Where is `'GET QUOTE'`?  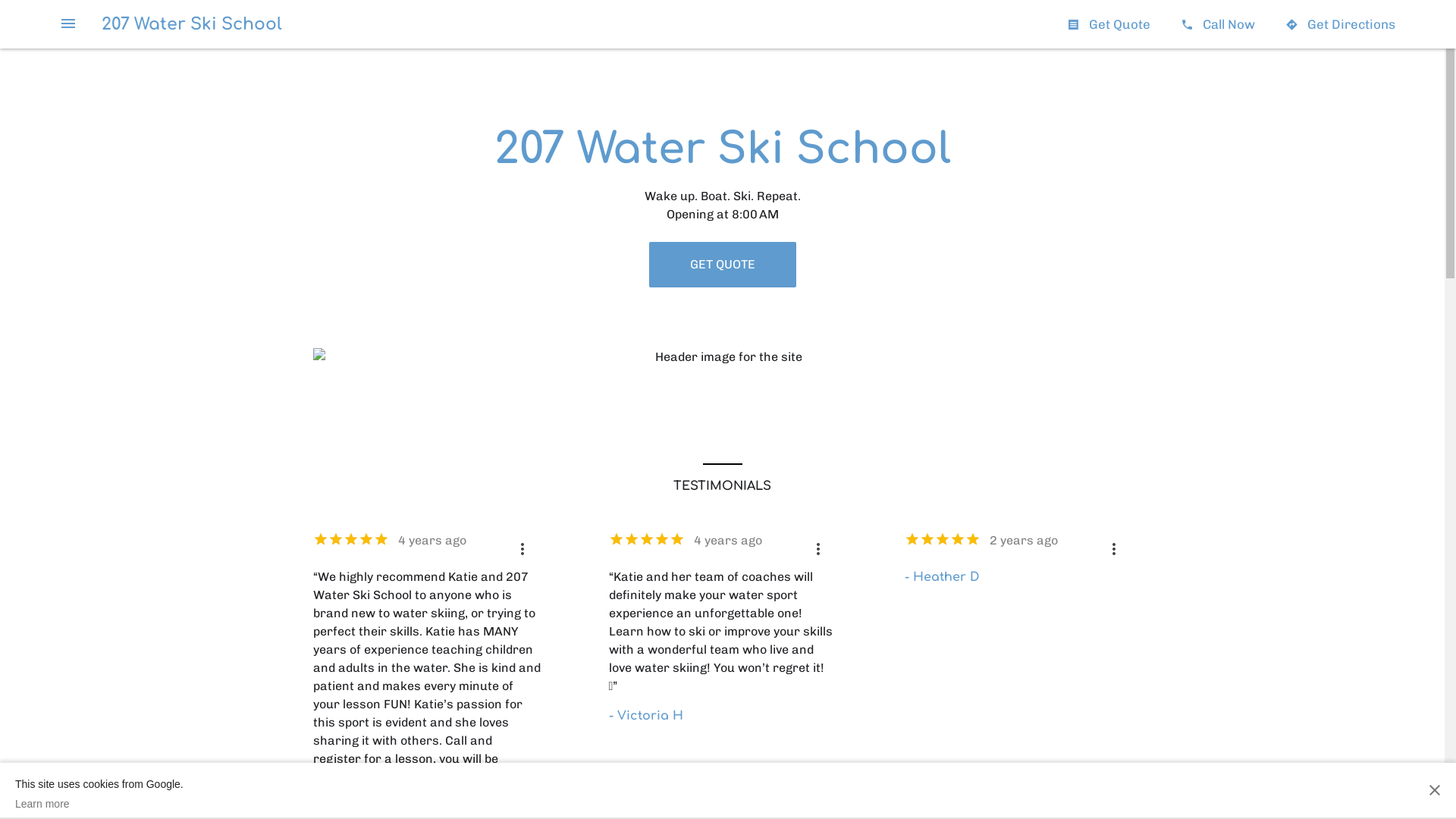 'GET QUOTE' is located at coordinates (722, 263).